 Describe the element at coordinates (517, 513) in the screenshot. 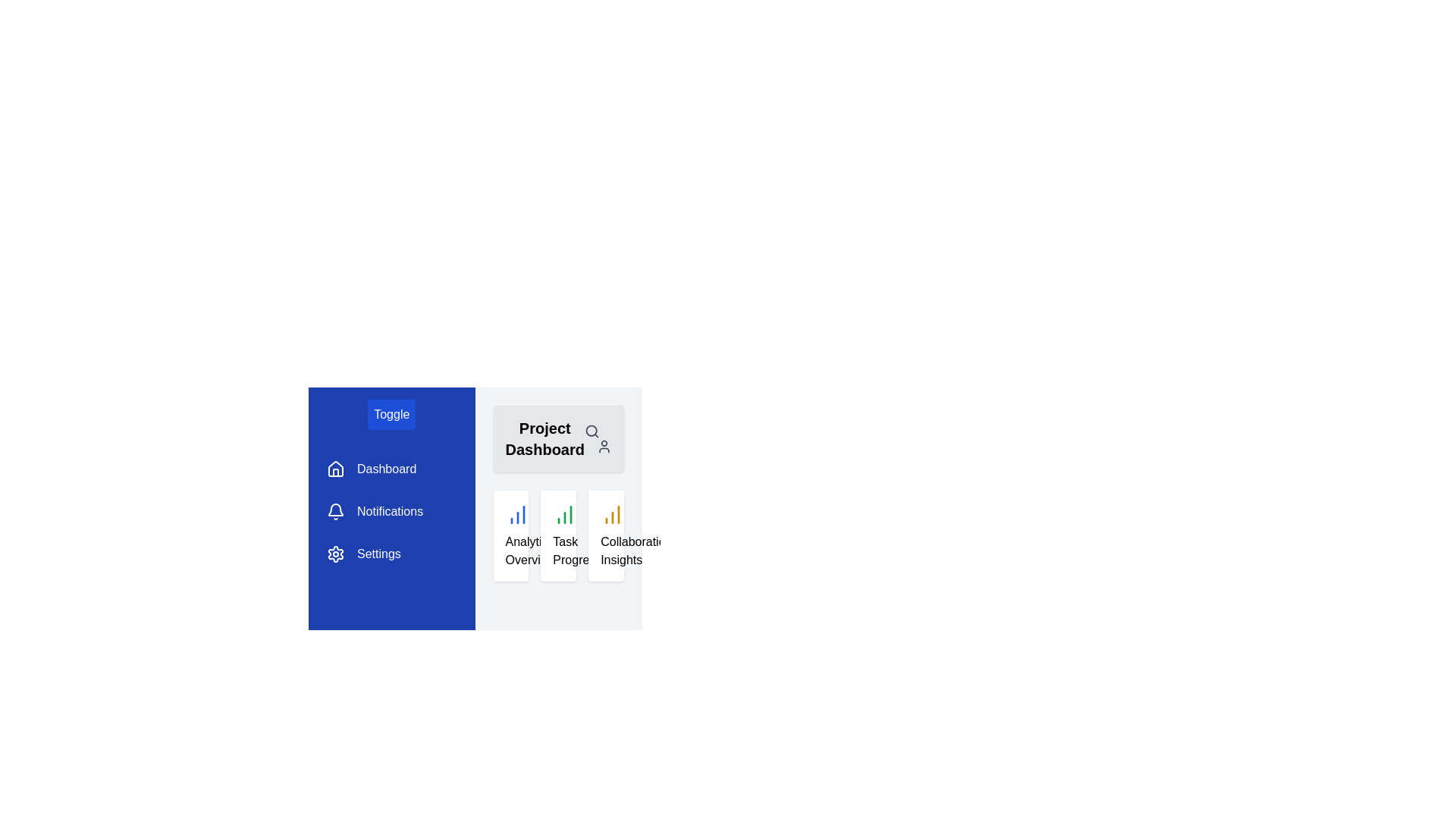

I see `the blue bar chart icon located at the top center of the 'Analytics Overview' card, which consists of three vertical bars incrementing from left to right` at that location.